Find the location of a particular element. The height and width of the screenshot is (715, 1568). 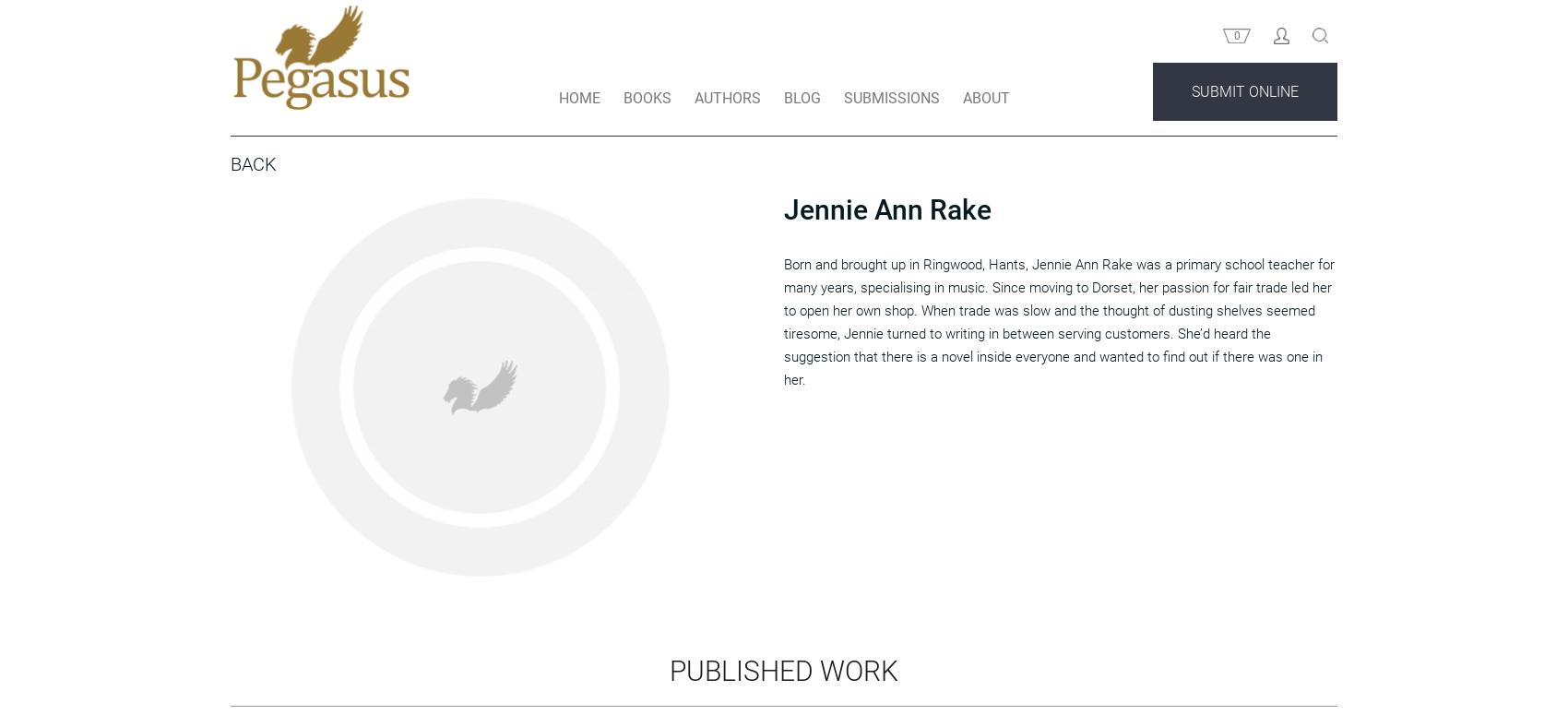

'AUTHORS' is located at coordinates (725, 132).